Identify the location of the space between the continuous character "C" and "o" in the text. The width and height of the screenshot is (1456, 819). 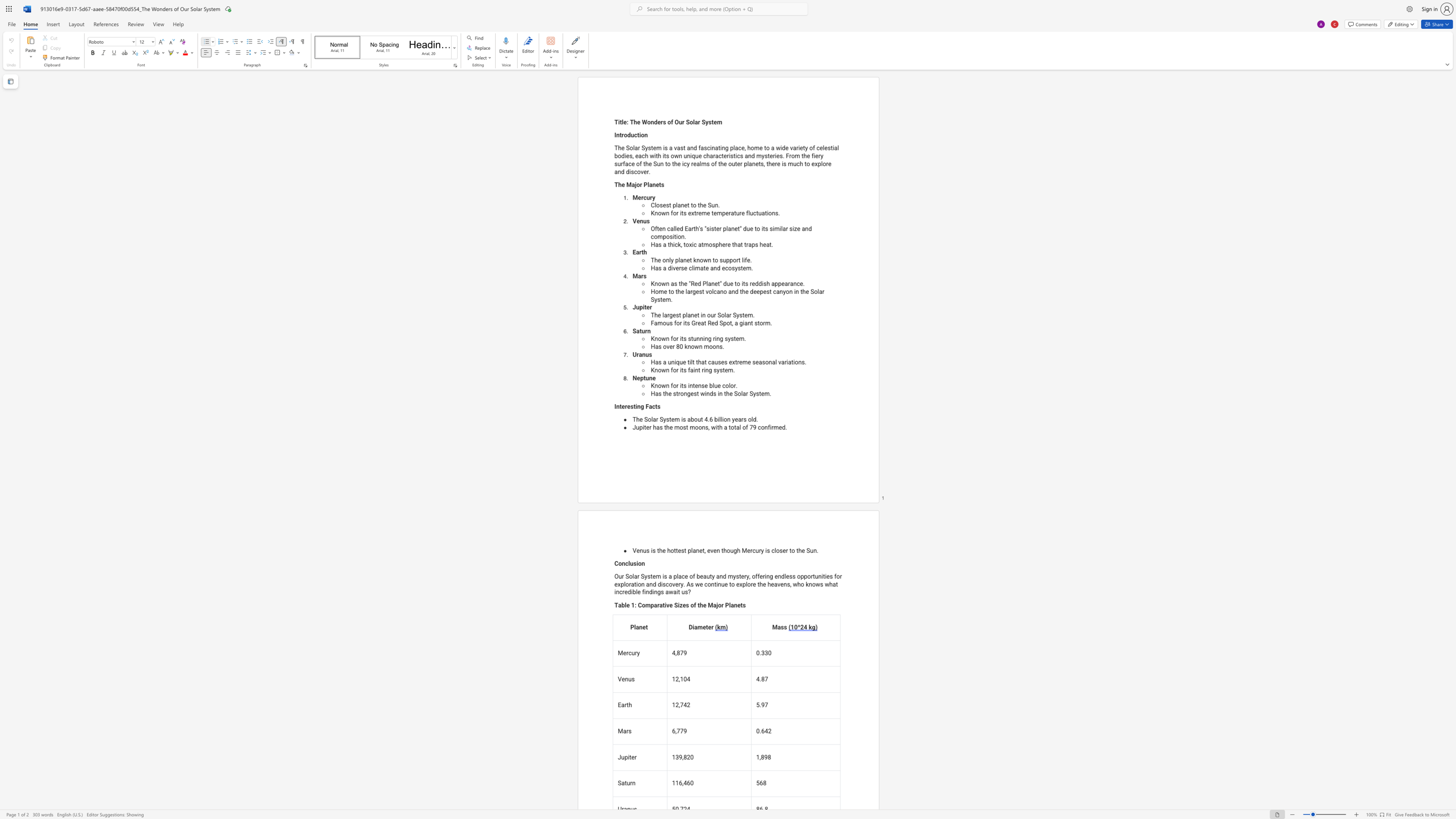
(618, 563).